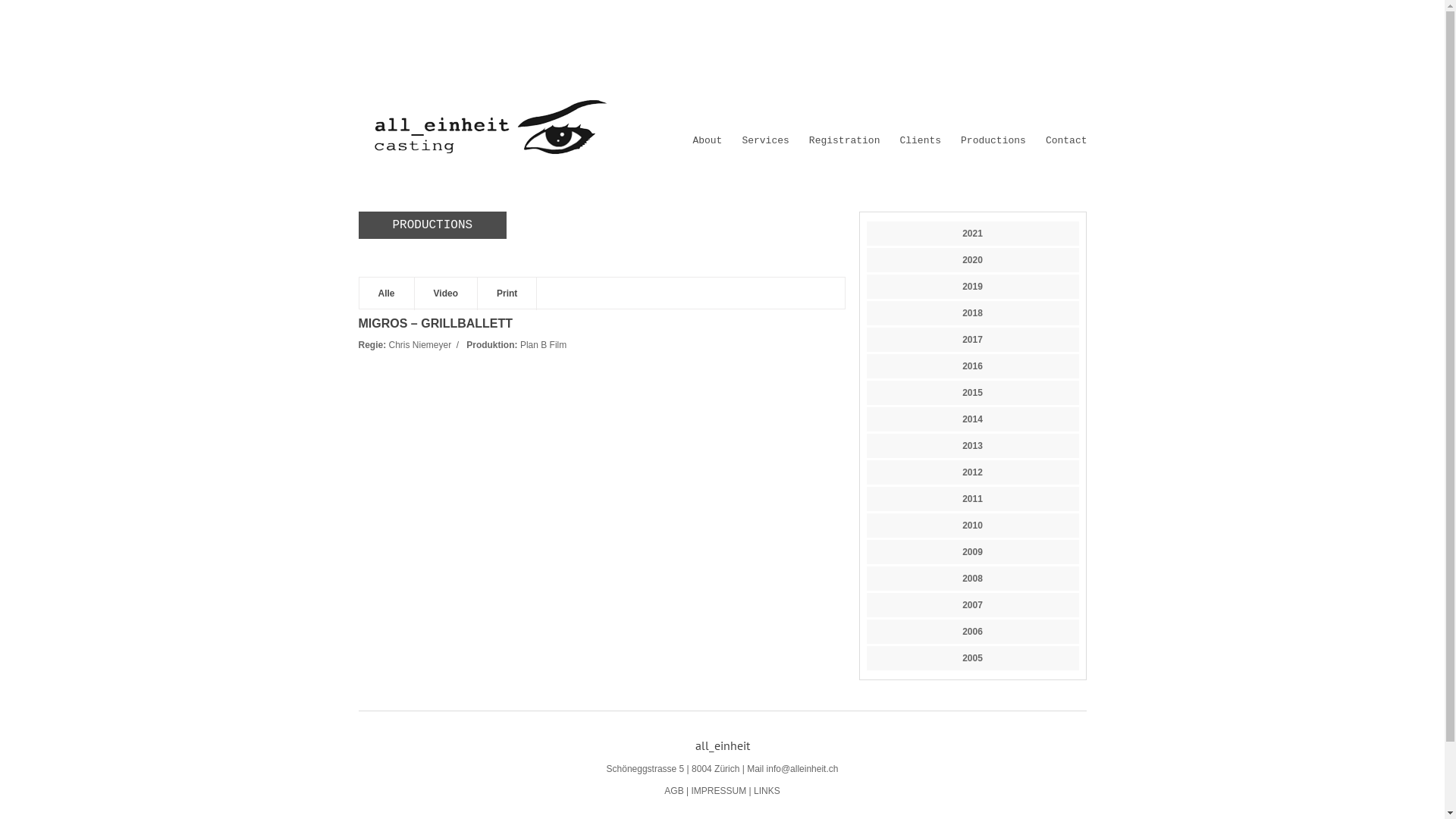  What do you see at coordinates (866, 287) in the screenshot?
I see `'2019'` at bounding box center [866, 287].